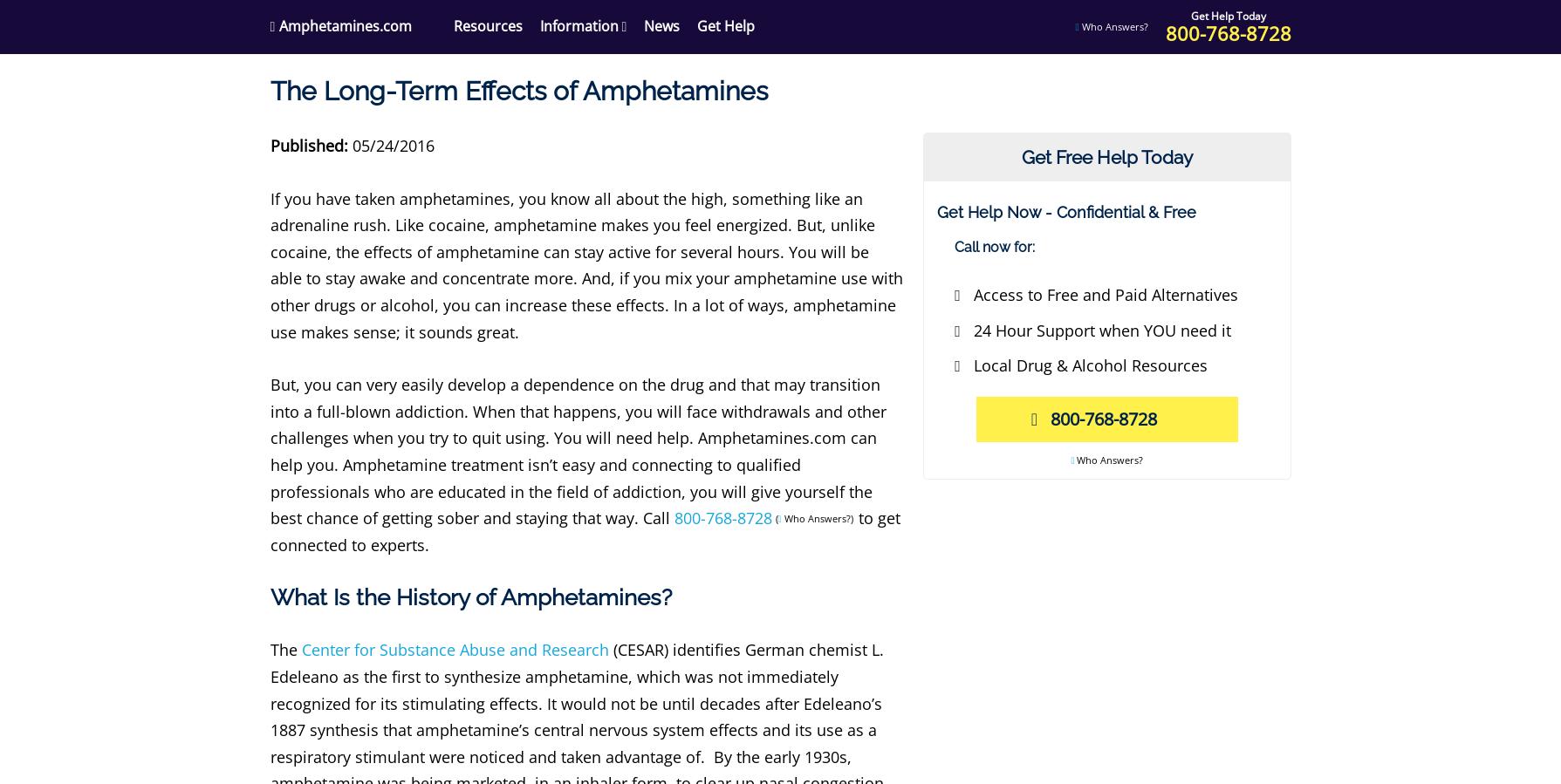 The height and width of the screenshot is (784, 1561). What do you see at coordinates (783, 518) in the screenshot?
I see `'Who Answers?)'` at bounding box center [783, 518].